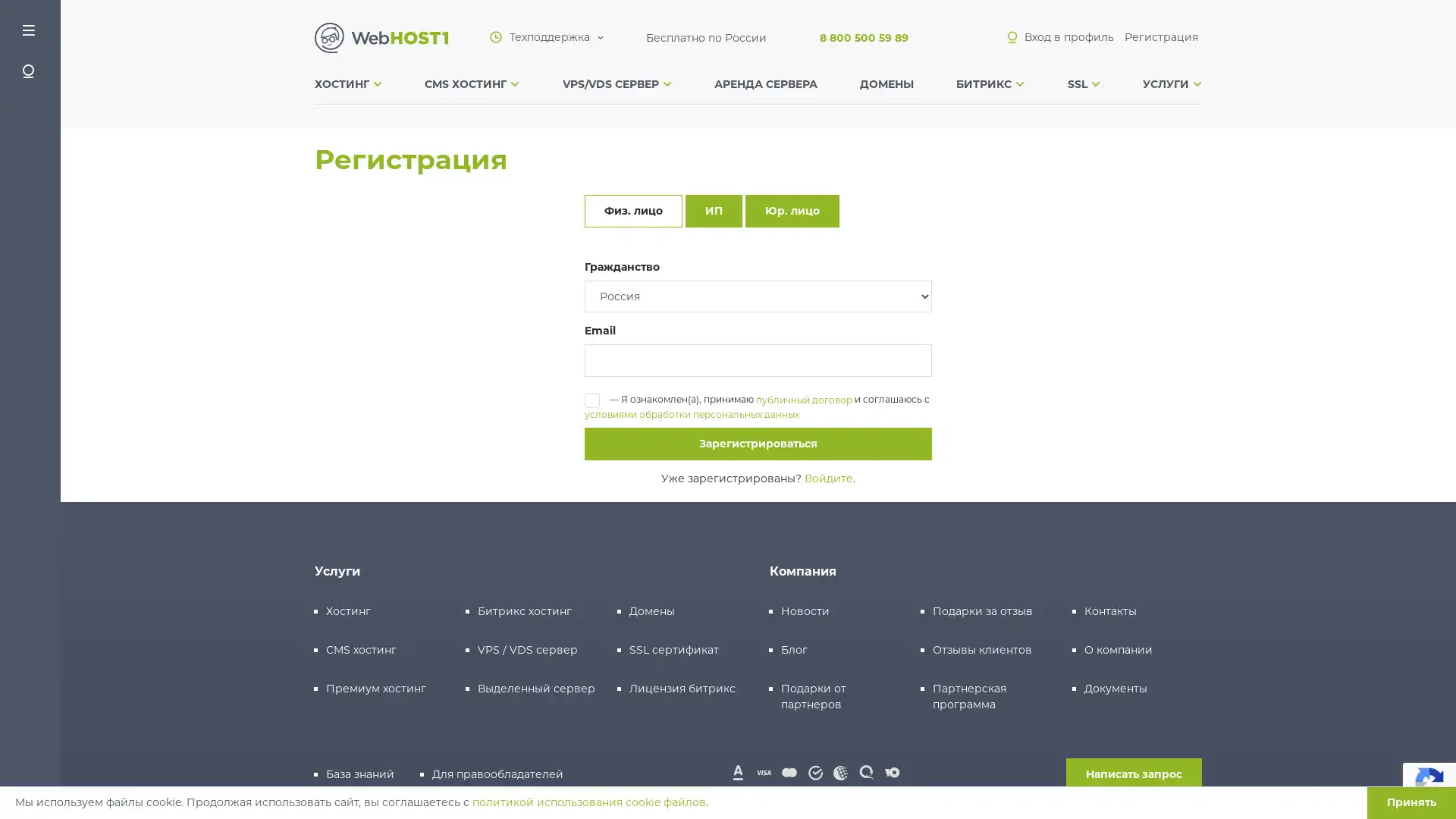  What do you see at coordinates (633, 211) in the screenshot?
I see `.` at bounding box center [633, 211].